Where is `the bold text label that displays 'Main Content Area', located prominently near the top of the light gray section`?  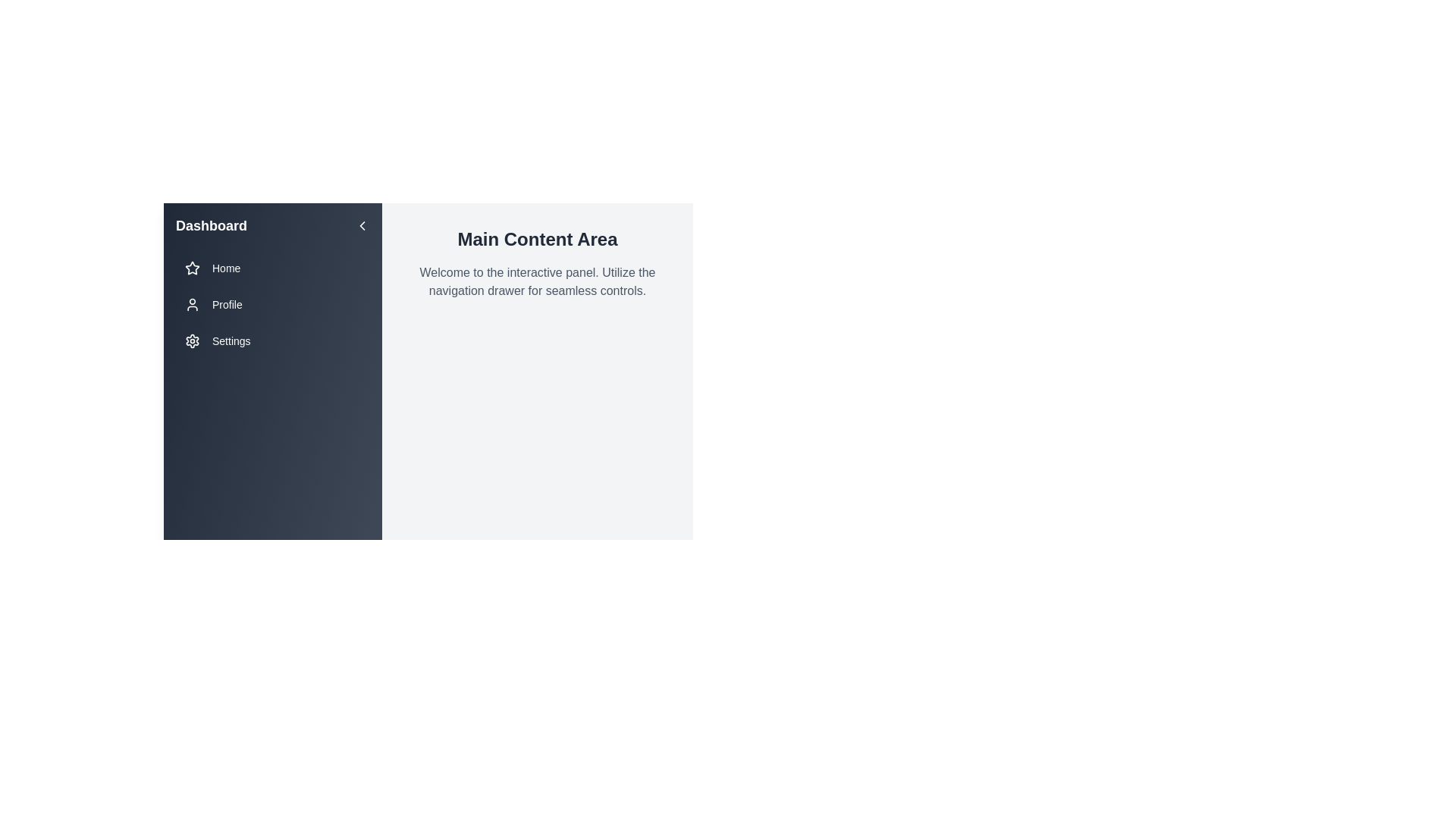 the bold text label that displays 'Main Content Area', located prominently near the top of the light gray section is located at coordinates (538, 239).